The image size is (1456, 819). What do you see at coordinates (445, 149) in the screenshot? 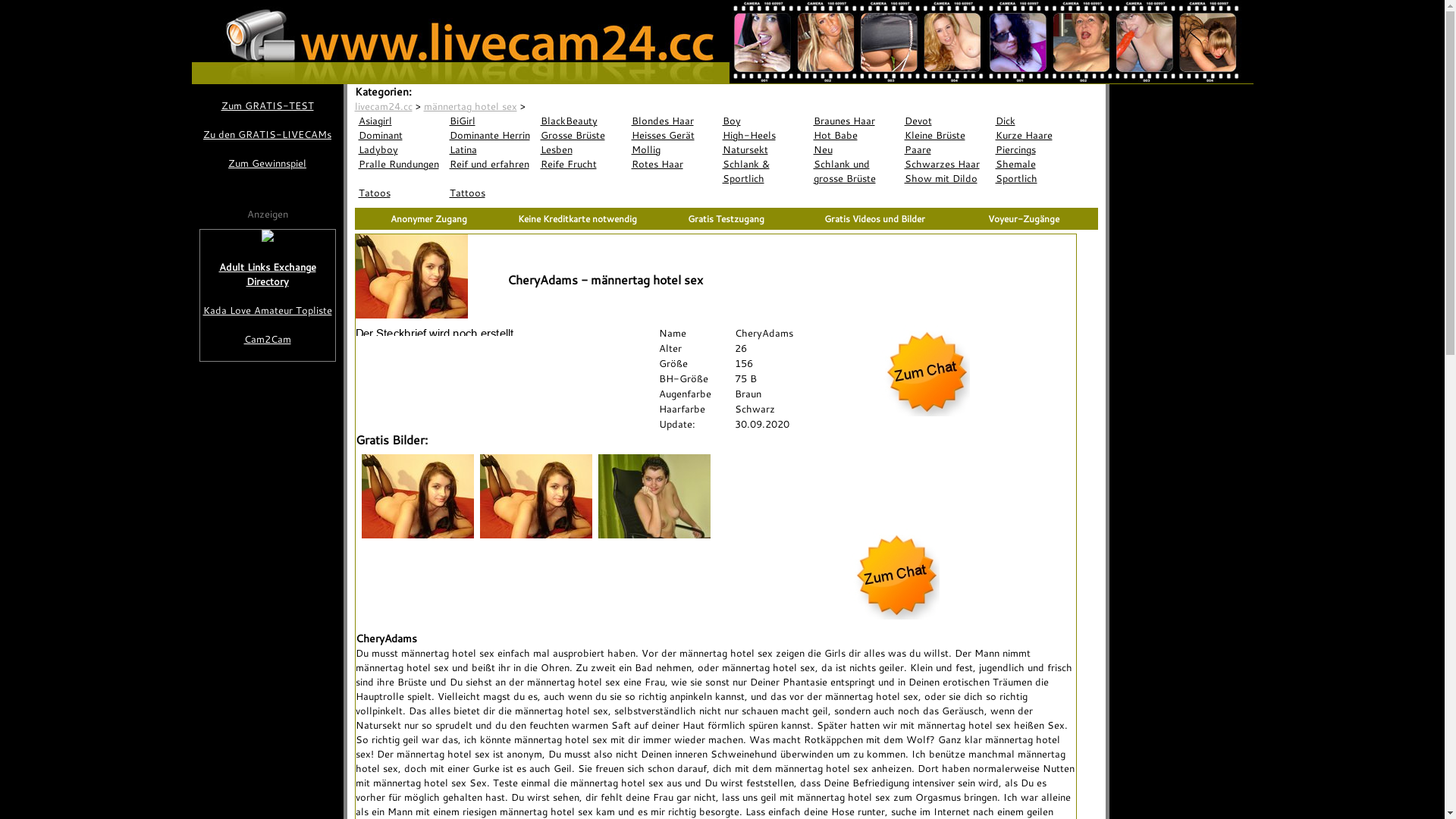
I see `'Latina'` at bounding box center [445, 149].